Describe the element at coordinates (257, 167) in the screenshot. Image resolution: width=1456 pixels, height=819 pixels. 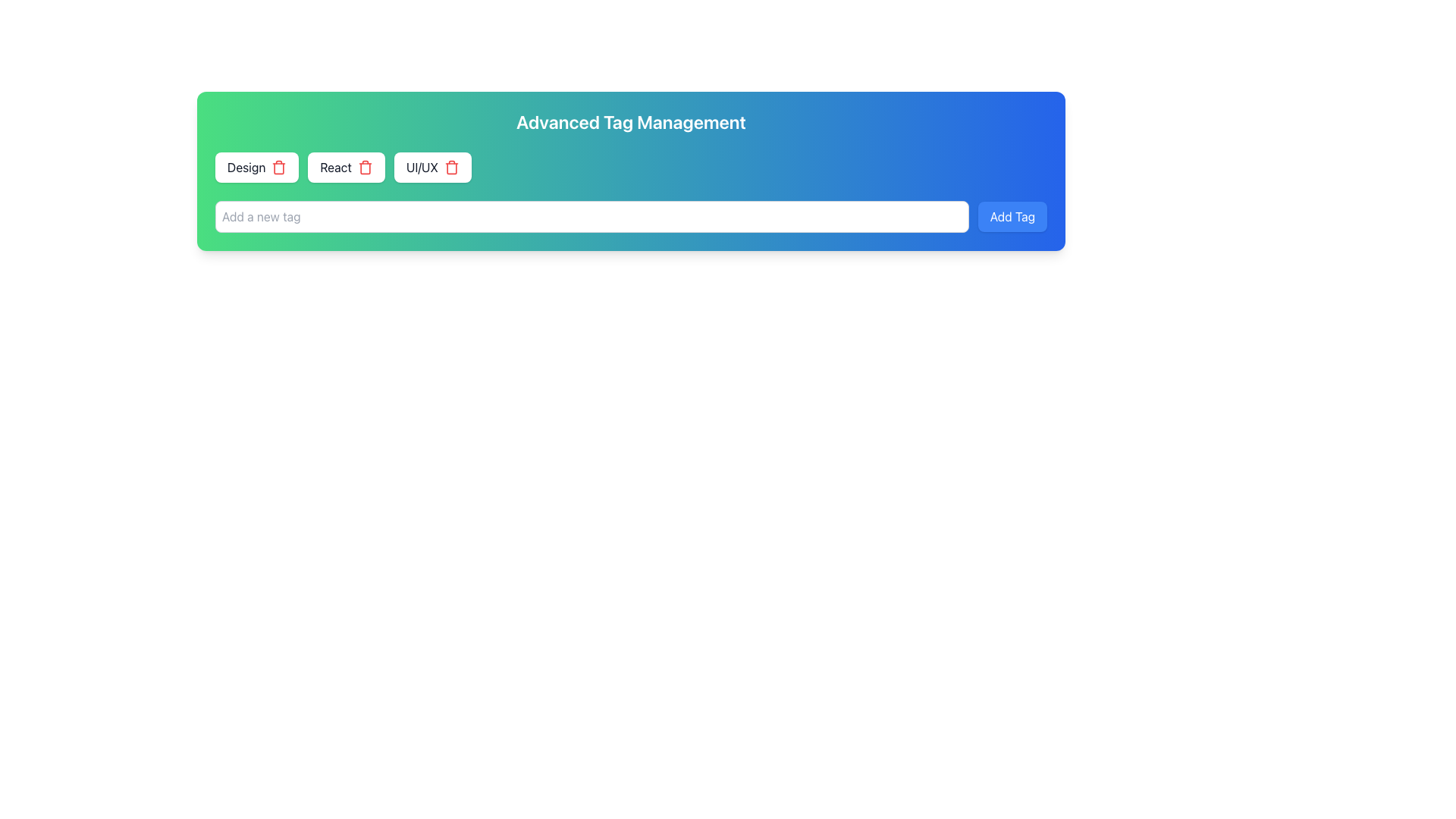
I see `the 'Design' button, which is the first button in a horizontal list of buttons` at that location.